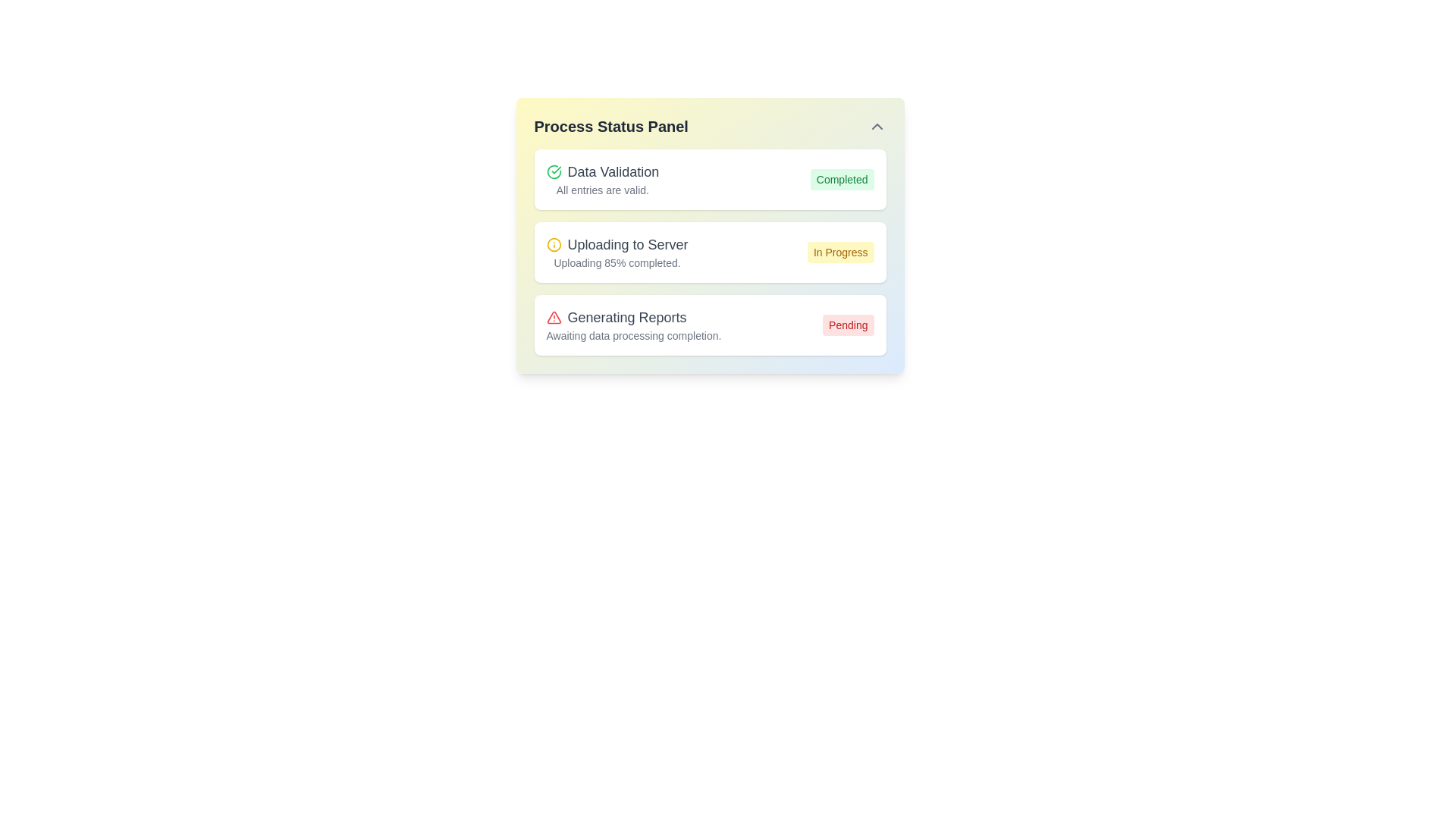 Image resolution: width=1456 pixels, height=819 pixels. I want to click on the status indication of the rectangular label displaying 'Pending' in red, located at the rightmost part of the 'Generating Reports' section in the status panel, so click(847, 324).